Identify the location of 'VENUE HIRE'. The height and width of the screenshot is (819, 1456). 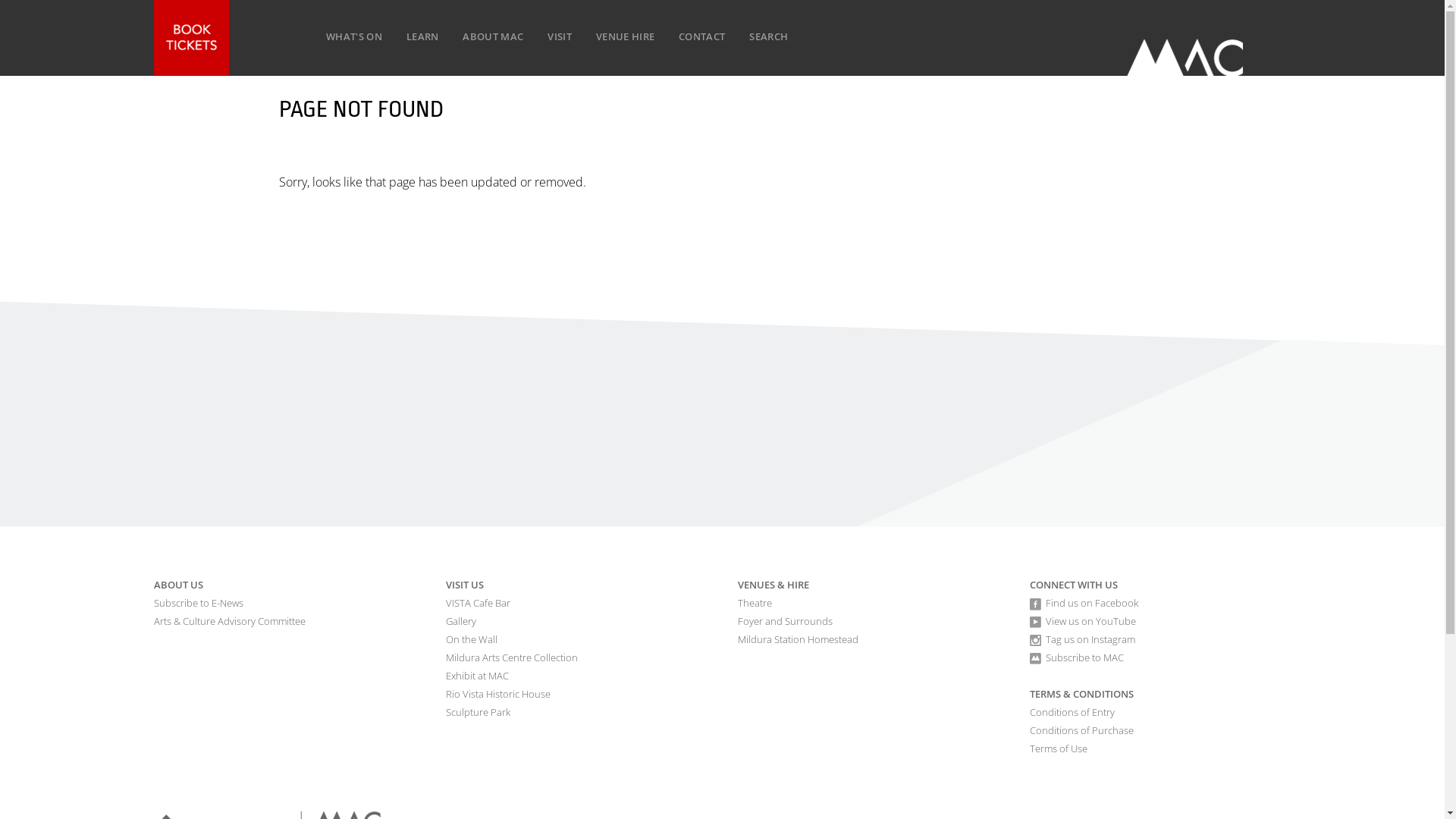
(625, 36).